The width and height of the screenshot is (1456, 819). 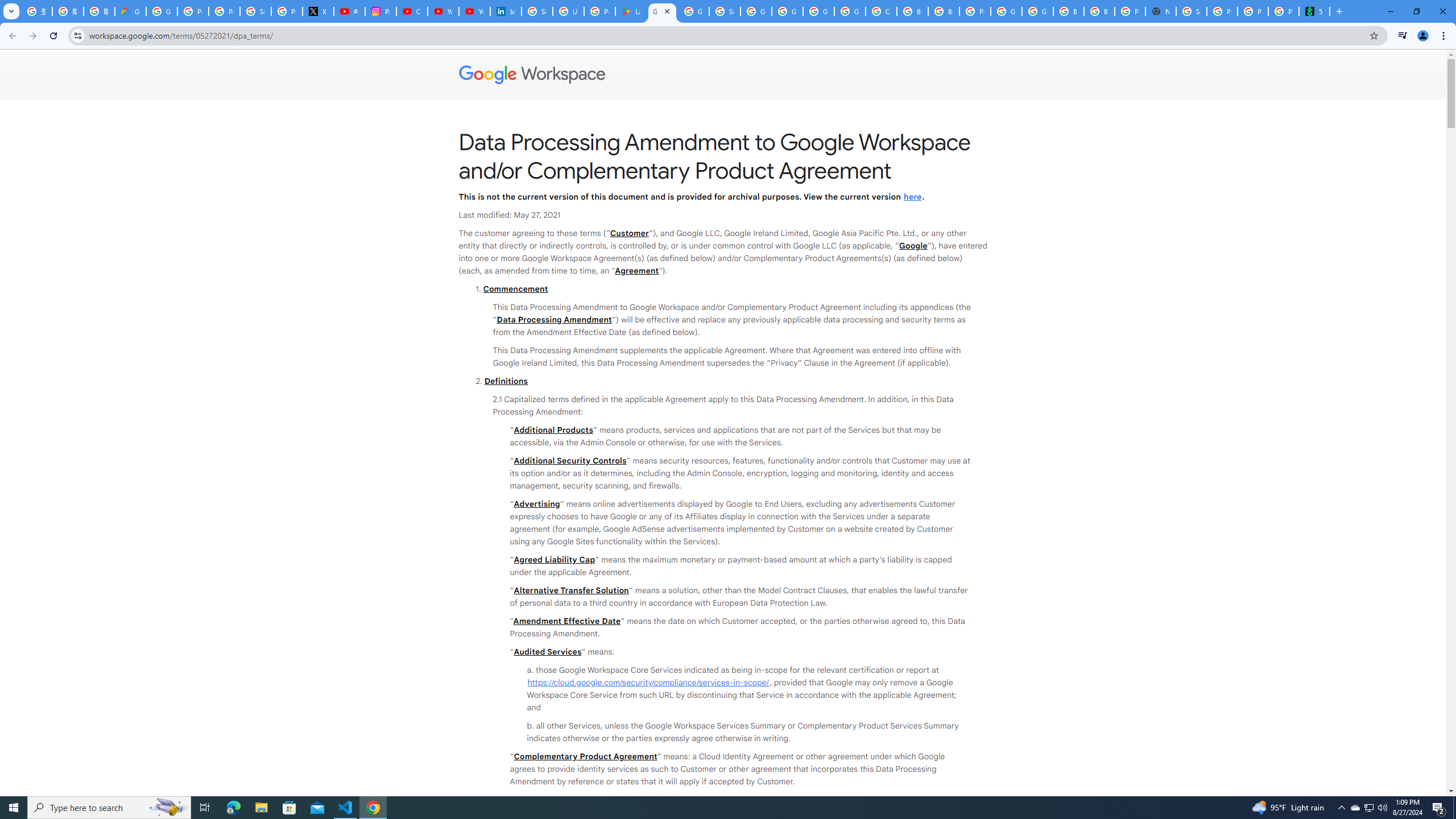 What do you see at coordinates (474, 11) in the screenshot?
I see `'YouTube Culture & Trends - YouTube Top 10, 2021'` at bounding box center [474, 11].